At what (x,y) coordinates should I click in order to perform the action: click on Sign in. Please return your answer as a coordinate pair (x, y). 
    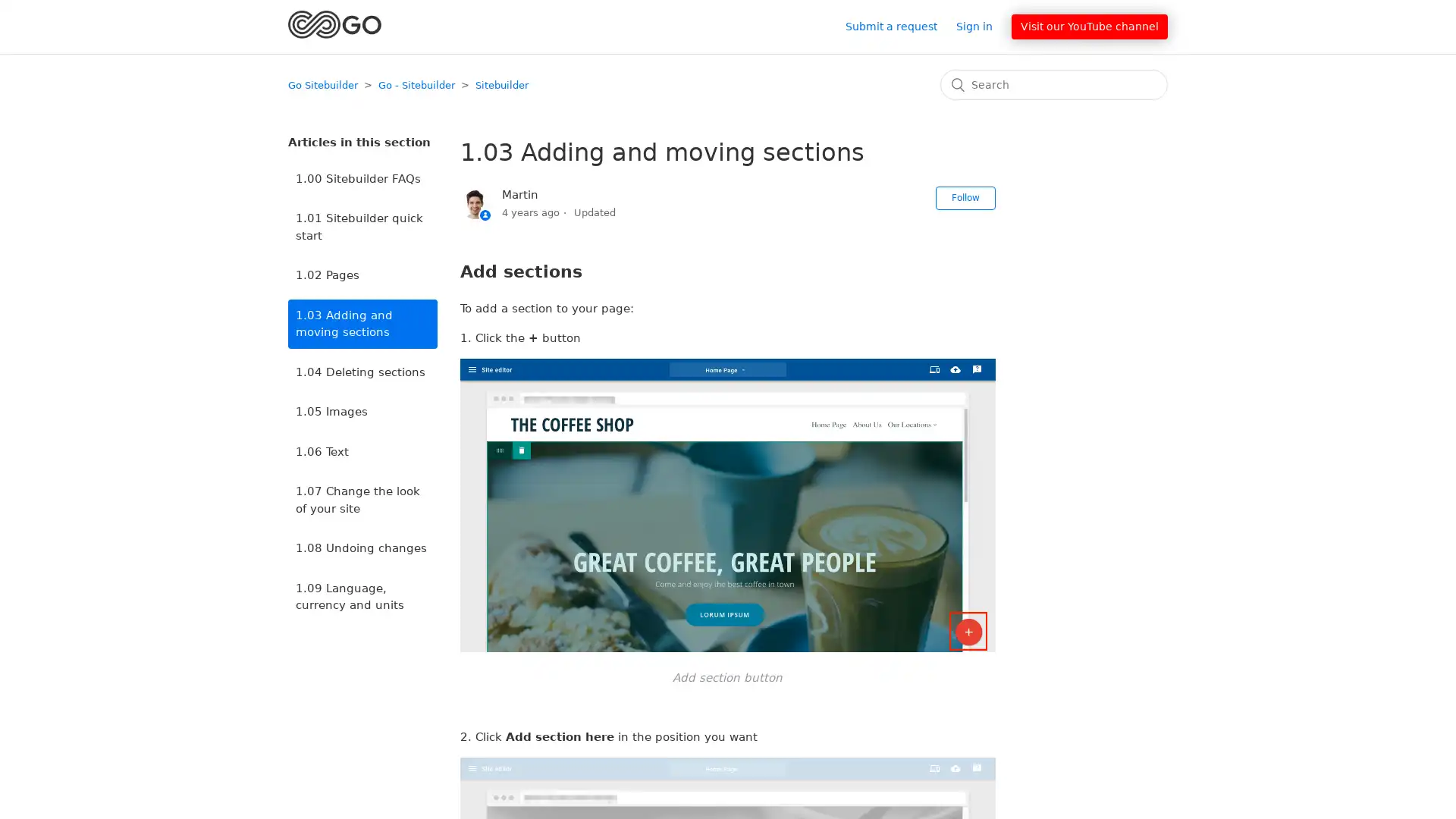
    Looking at the image, I should click on (982, 26).